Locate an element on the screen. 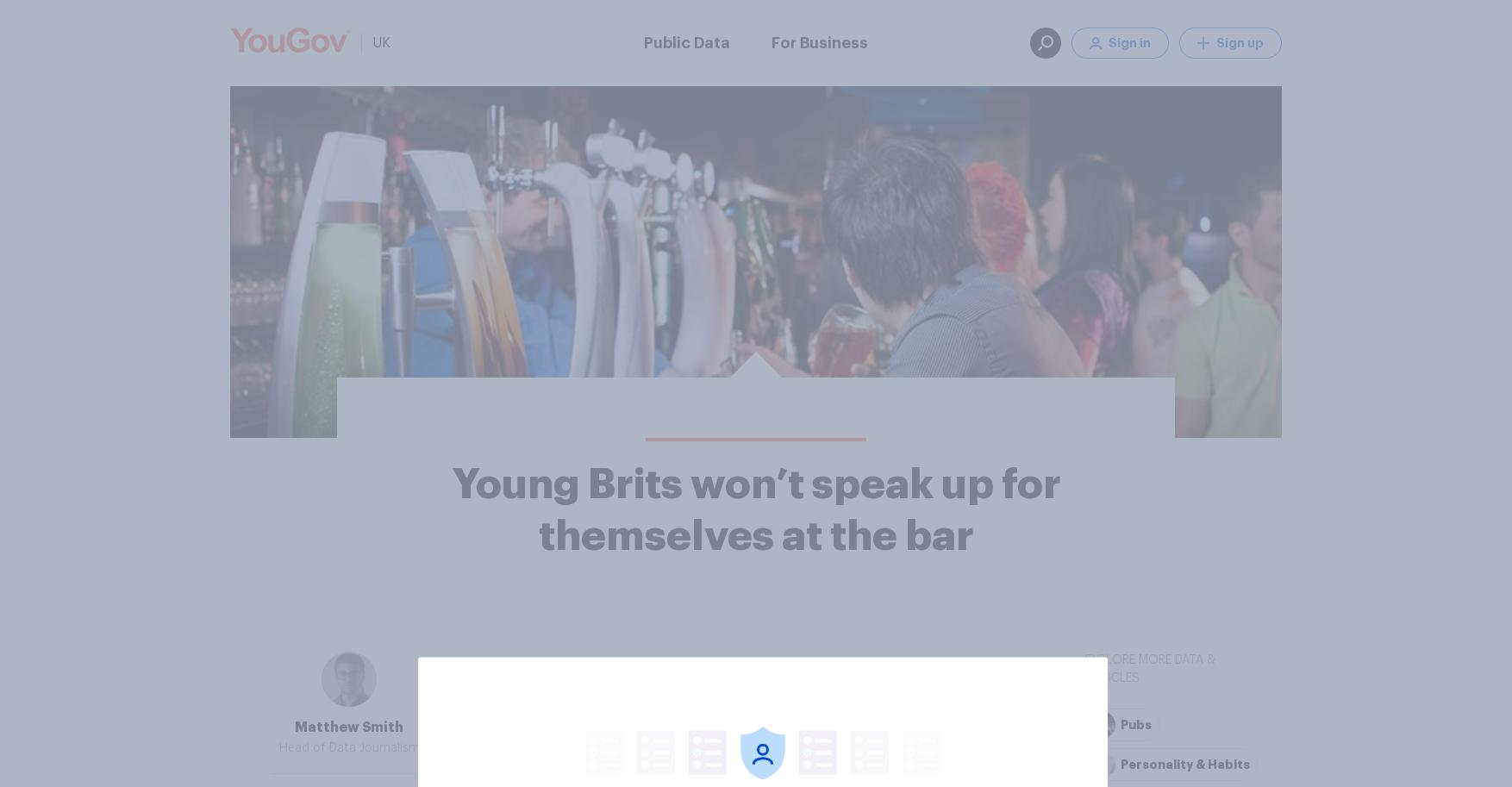  'They are also less keen on buying rounds than their elders' is located at coordinates (497, 665).